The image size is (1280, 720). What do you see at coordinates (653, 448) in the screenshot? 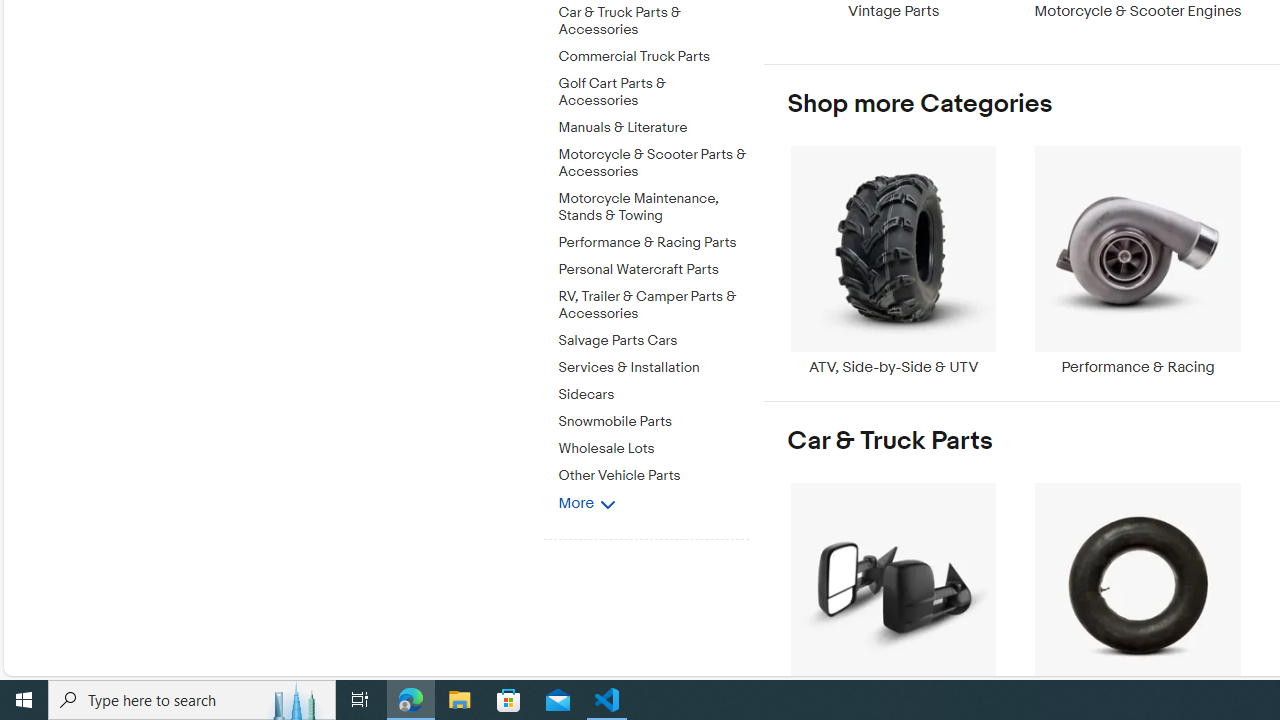
I see `'Wholesale Lots'` at bounding box center [653, 448].